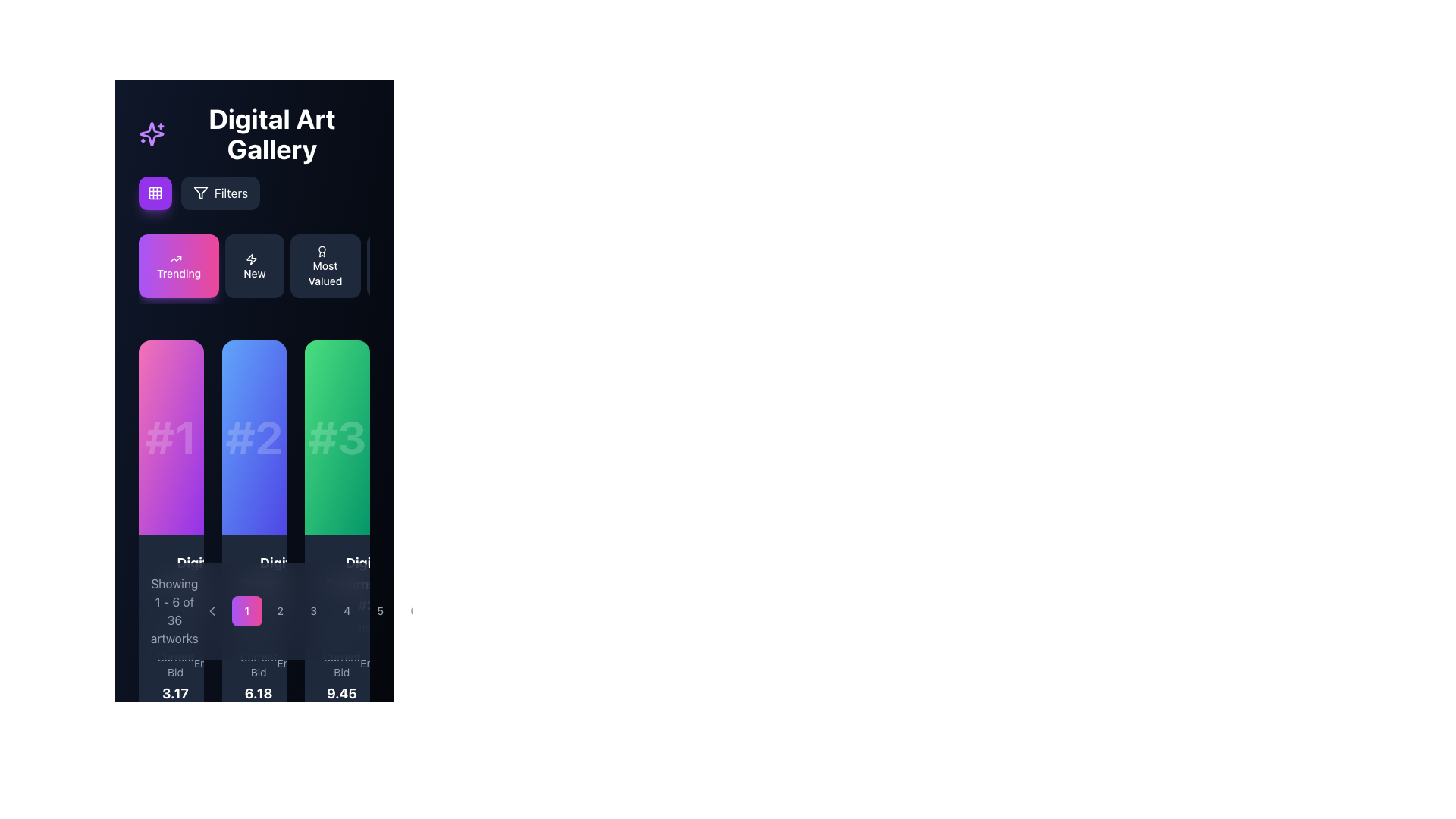 The width and height of the screenshot is (1456, 819). Describe the element at coordinates (155, 192) in the screenshot. I see `the interactive button located at the top left corner of its section` at that location.